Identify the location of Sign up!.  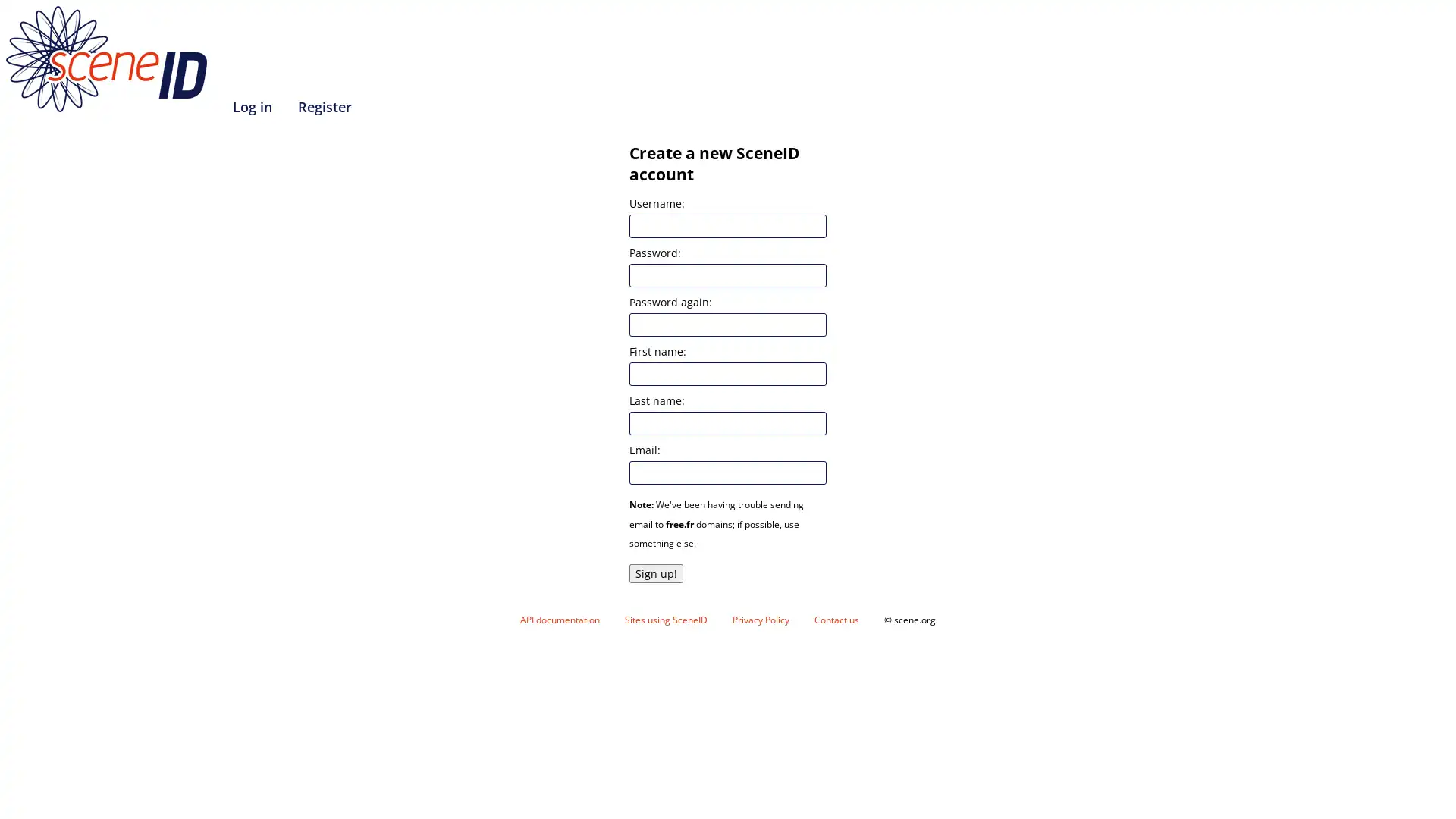
(656, 573).